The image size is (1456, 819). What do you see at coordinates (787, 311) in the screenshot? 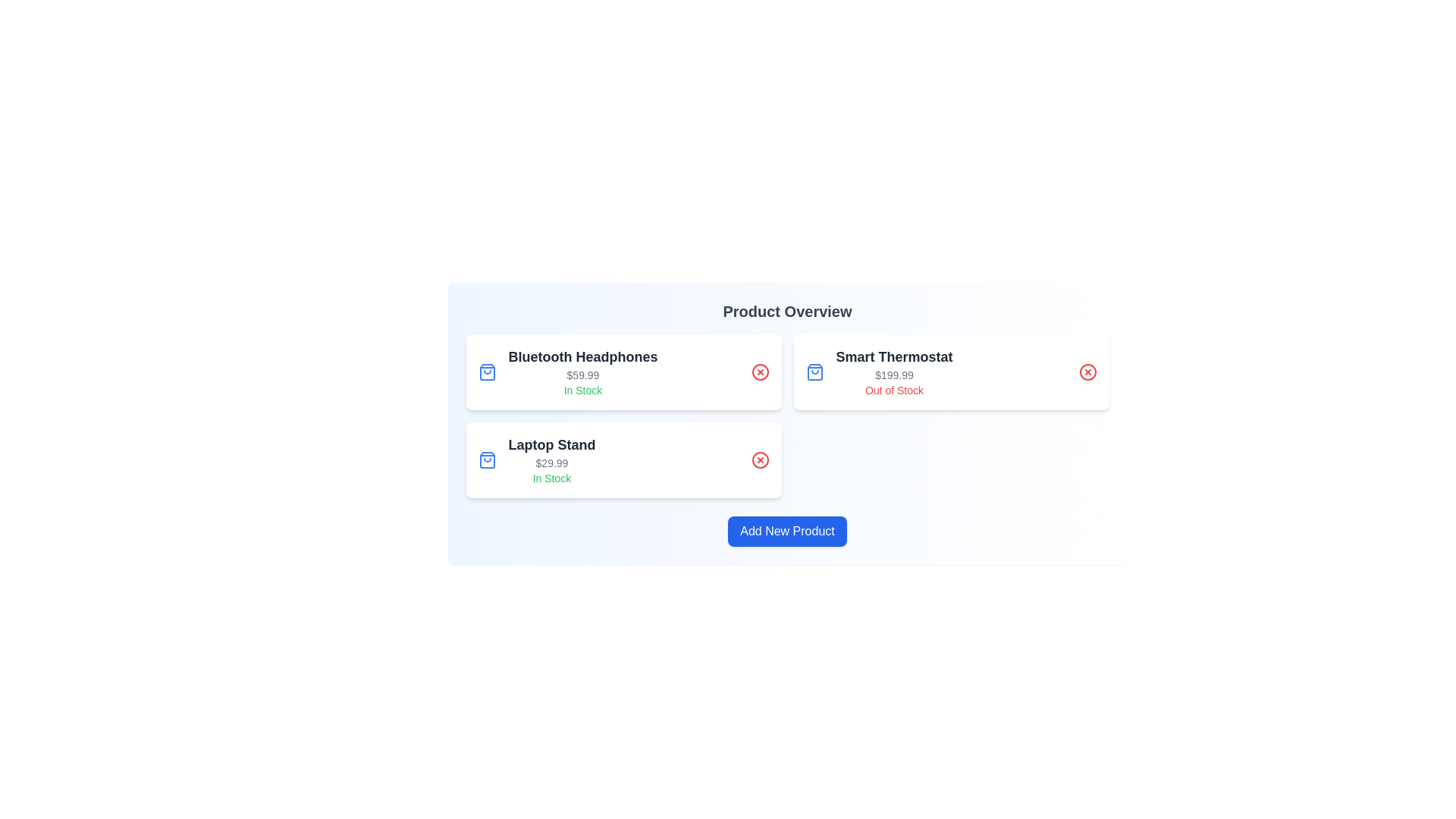
I see `the 'Product Overview' title to inspect the product overview section` at bounding box center [787, 311].